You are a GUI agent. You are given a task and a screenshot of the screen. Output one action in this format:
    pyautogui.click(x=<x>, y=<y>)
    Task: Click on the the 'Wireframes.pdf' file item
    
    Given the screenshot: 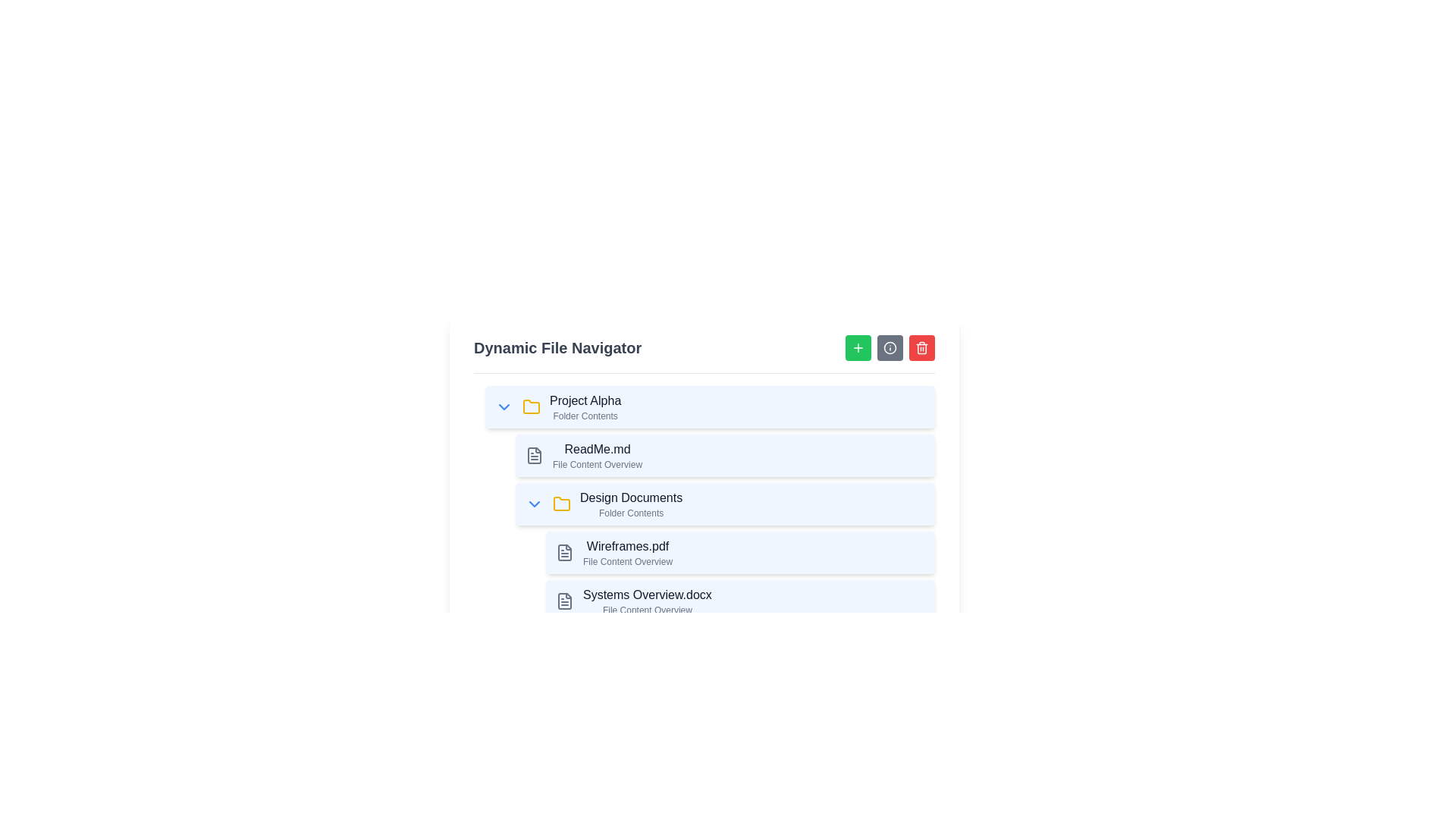 What is the action you would take?
    pyautogui.click(x=741, y=553)
    